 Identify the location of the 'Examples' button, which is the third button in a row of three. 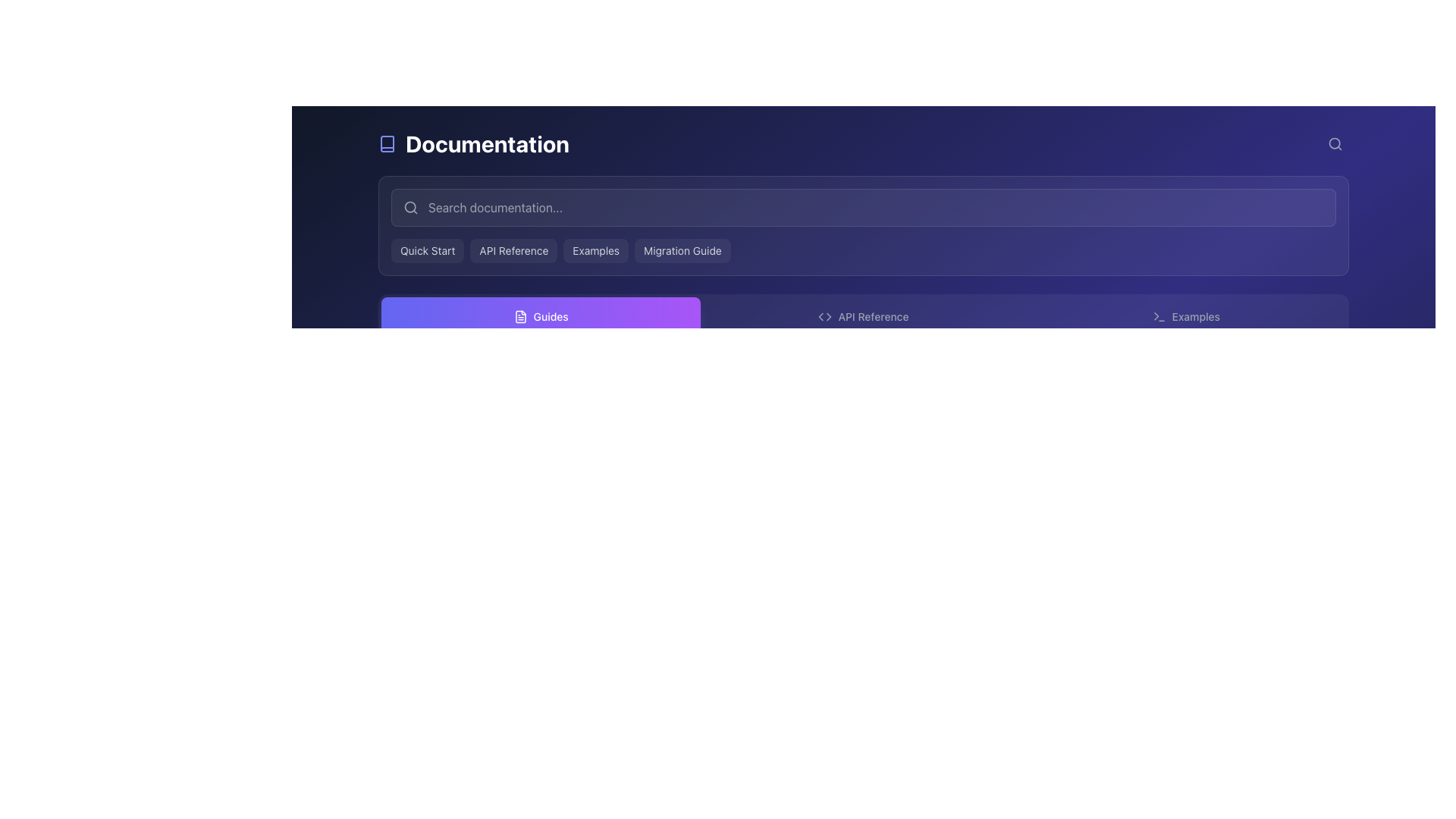
(1185, 315).